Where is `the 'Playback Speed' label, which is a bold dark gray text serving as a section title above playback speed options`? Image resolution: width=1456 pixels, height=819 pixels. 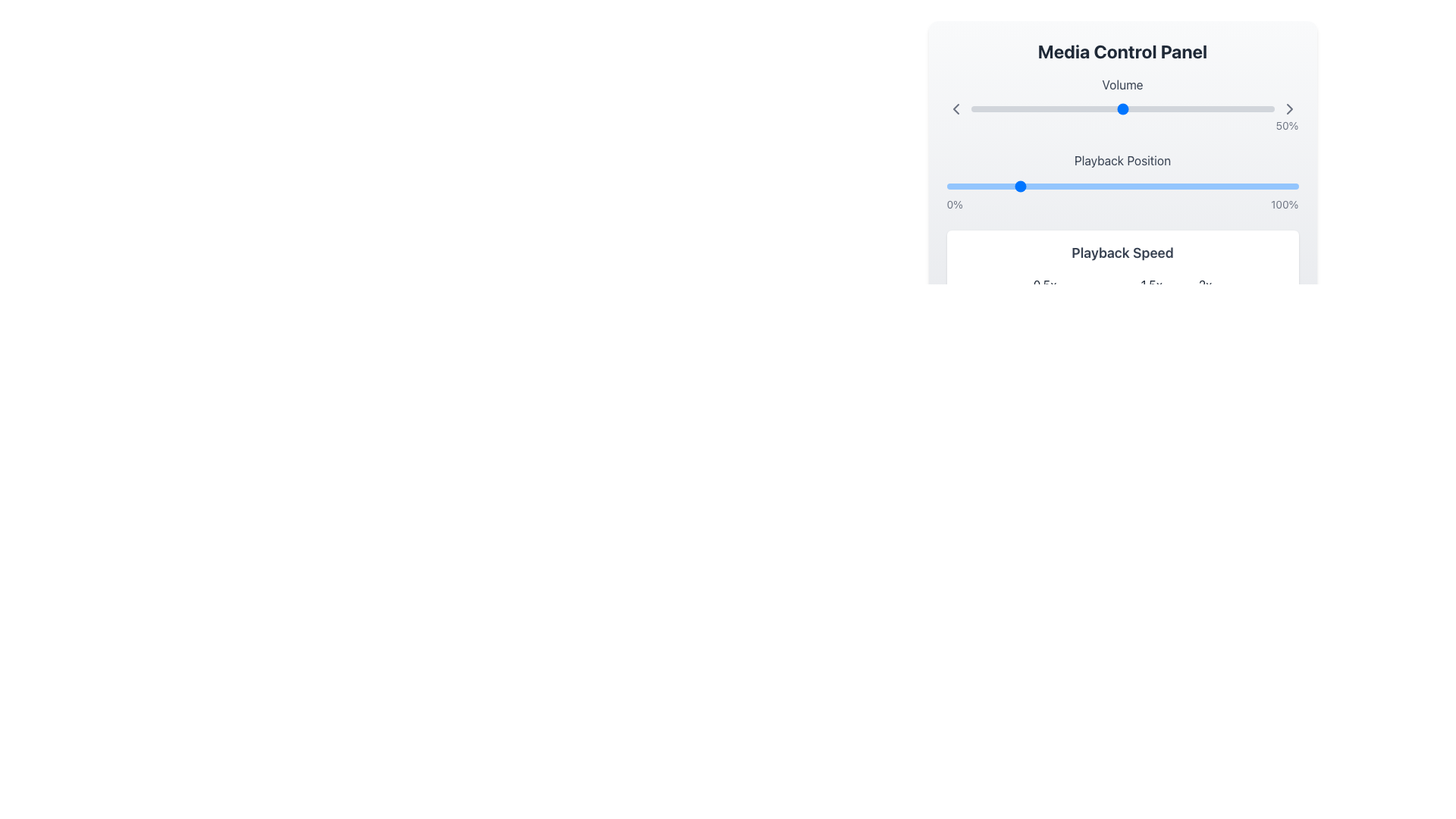
the 'Playback Speed' label, which is a bold dark gray text serving as a section title above playback speed options is located at coordinates (1122, 253).